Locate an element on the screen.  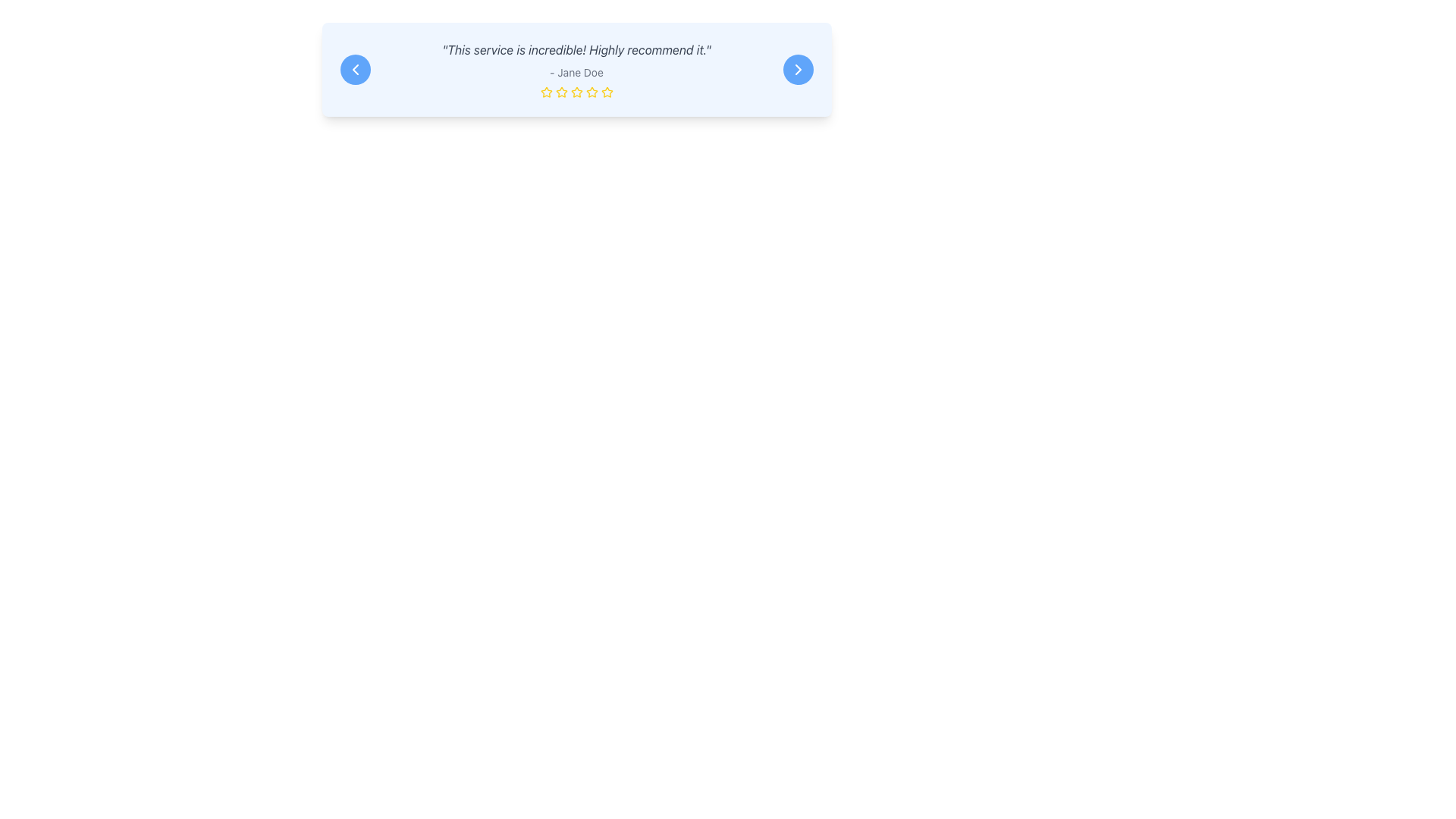
the rating shown by the horizontal row of five yellow star icons located at the bottom center of the testimonial card is located at coordinates (576, 93).